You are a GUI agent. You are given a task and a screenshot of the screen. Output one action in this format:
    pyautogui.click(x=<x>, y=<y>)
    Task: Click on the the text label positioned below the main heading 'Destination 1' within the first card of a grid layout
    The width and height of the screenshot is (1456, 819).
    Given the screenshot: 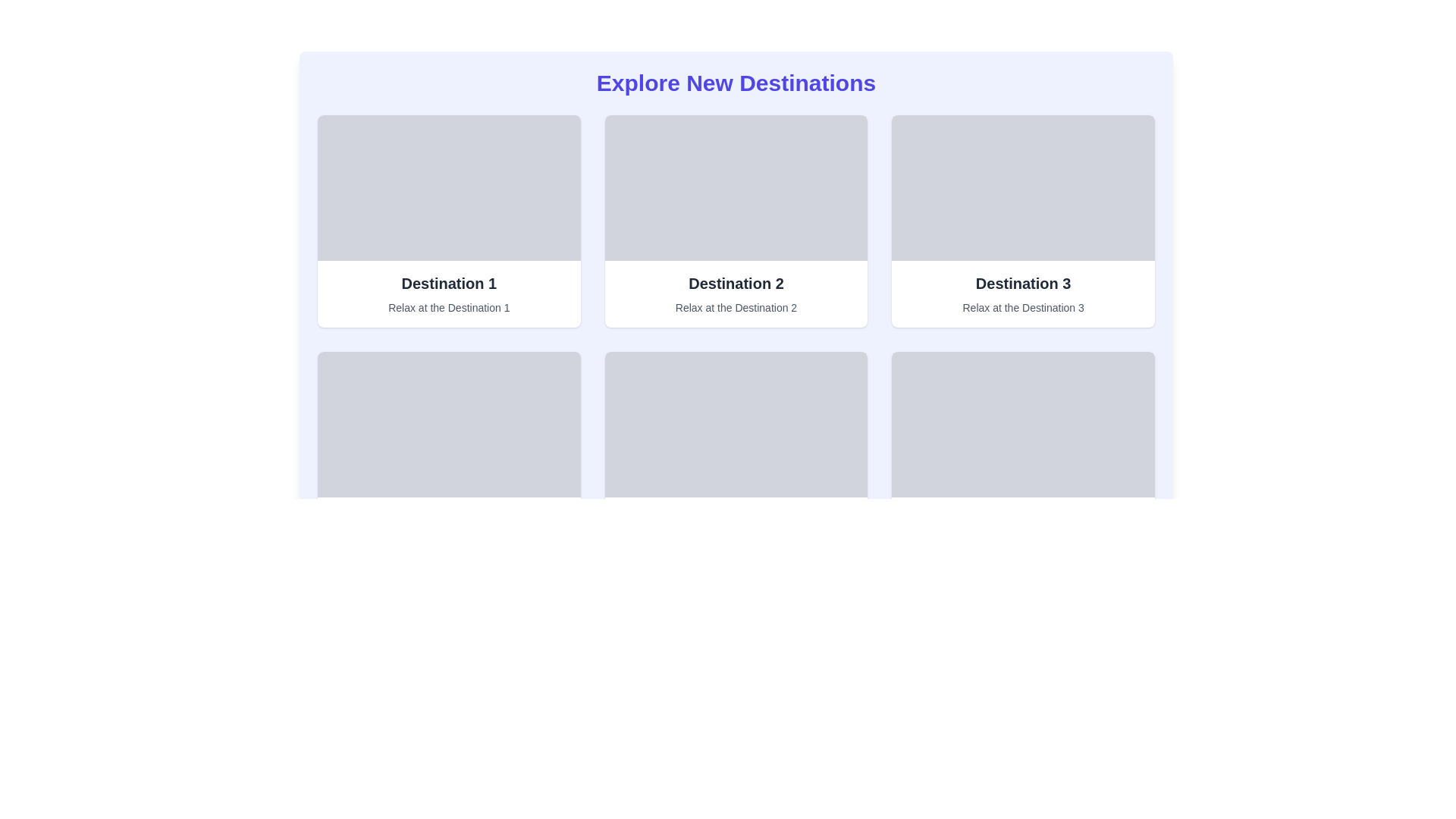 What is the action you would take?
    pyautogui.click(x=448, y=307)
    